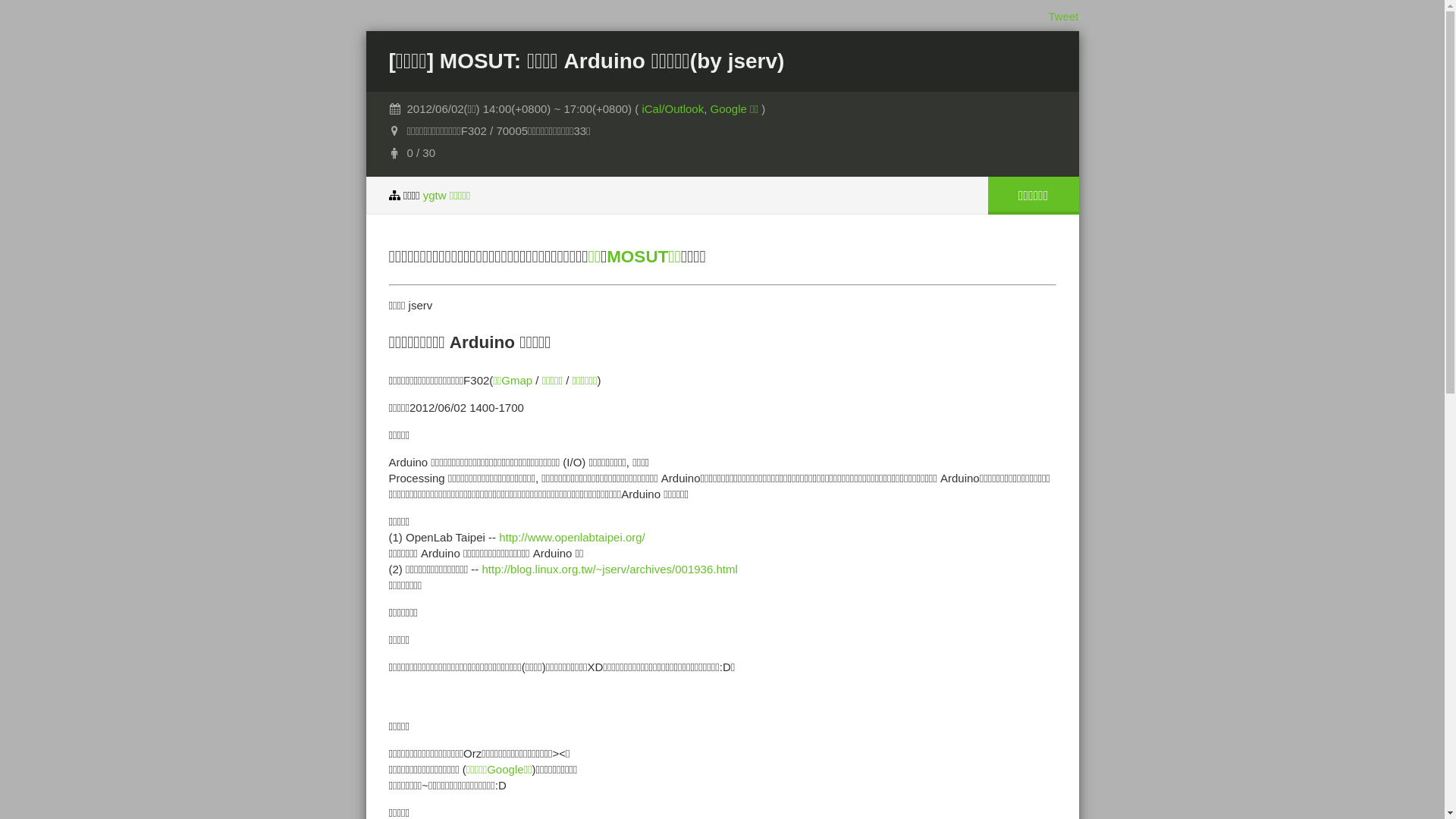 The image size is (1456, 819). What do you see at coordinates (641, 108) in the screenshot?
I see `'iCal/Outlook'` at bounding box center [641, 108].